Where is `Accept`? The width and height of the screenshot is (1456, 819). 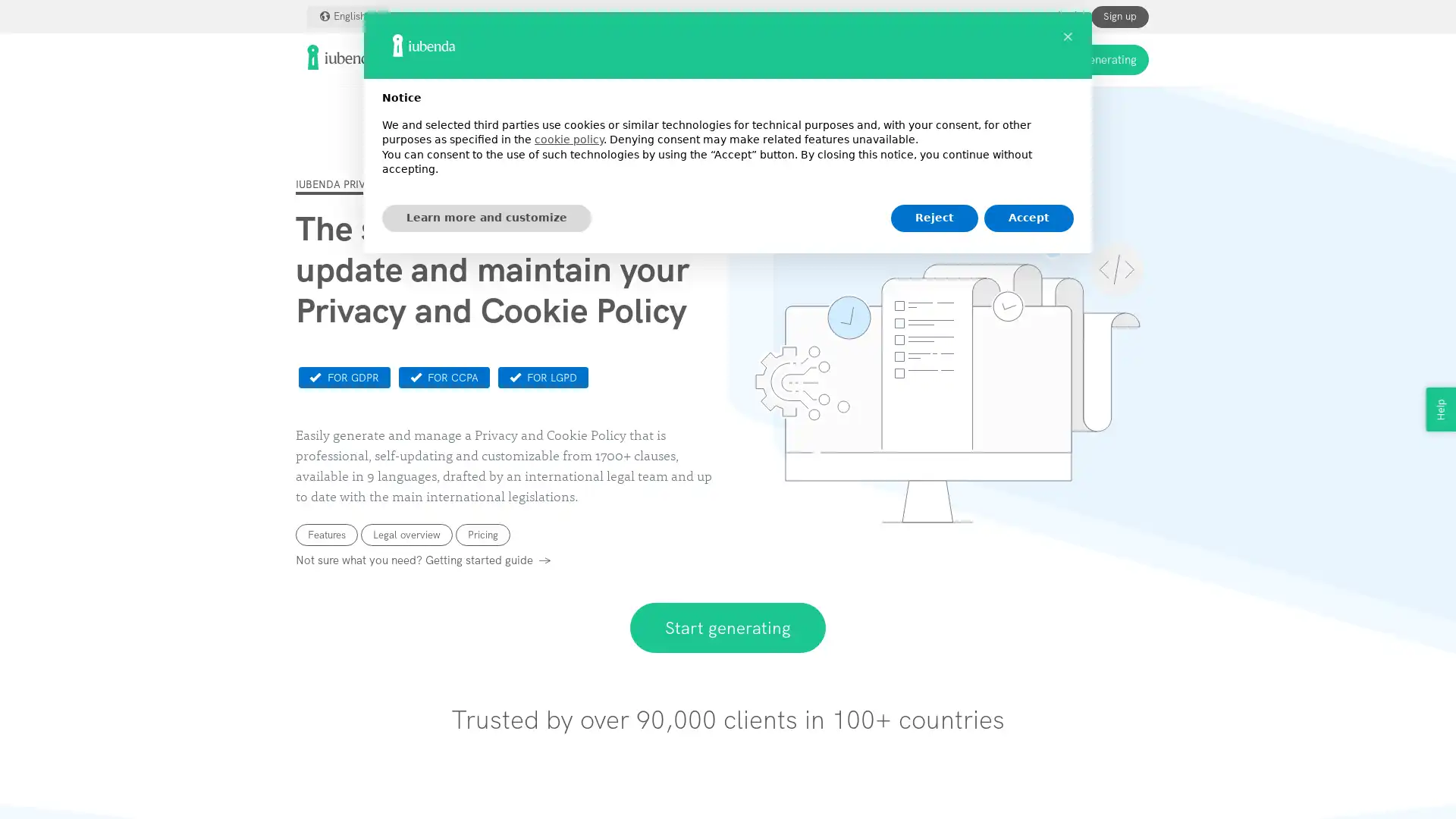
Accept is located at coordinates (1029, 217).